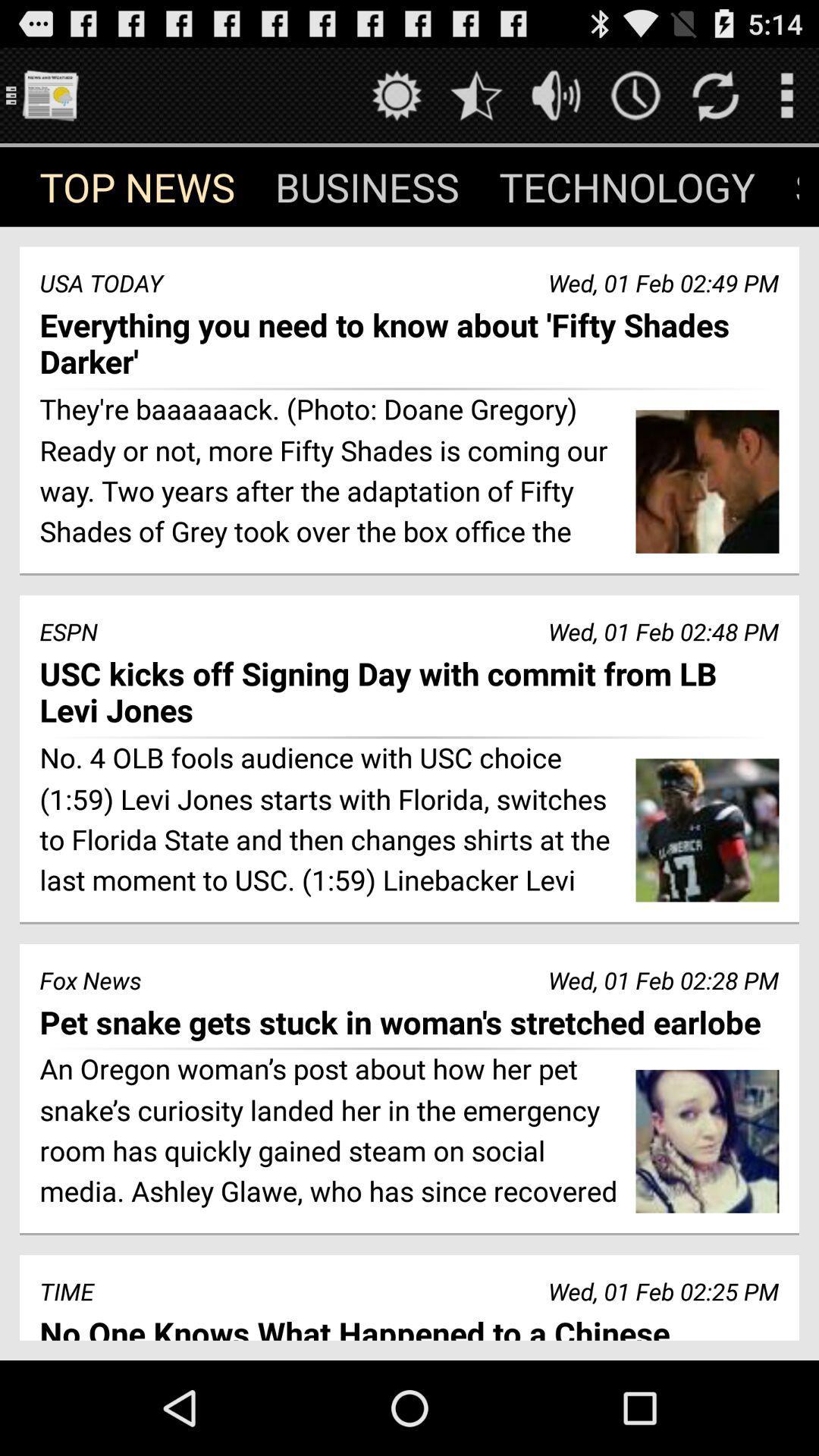  Describe the element at coordinates (475, 94) in the screenshot. I see `favorites` at that location.